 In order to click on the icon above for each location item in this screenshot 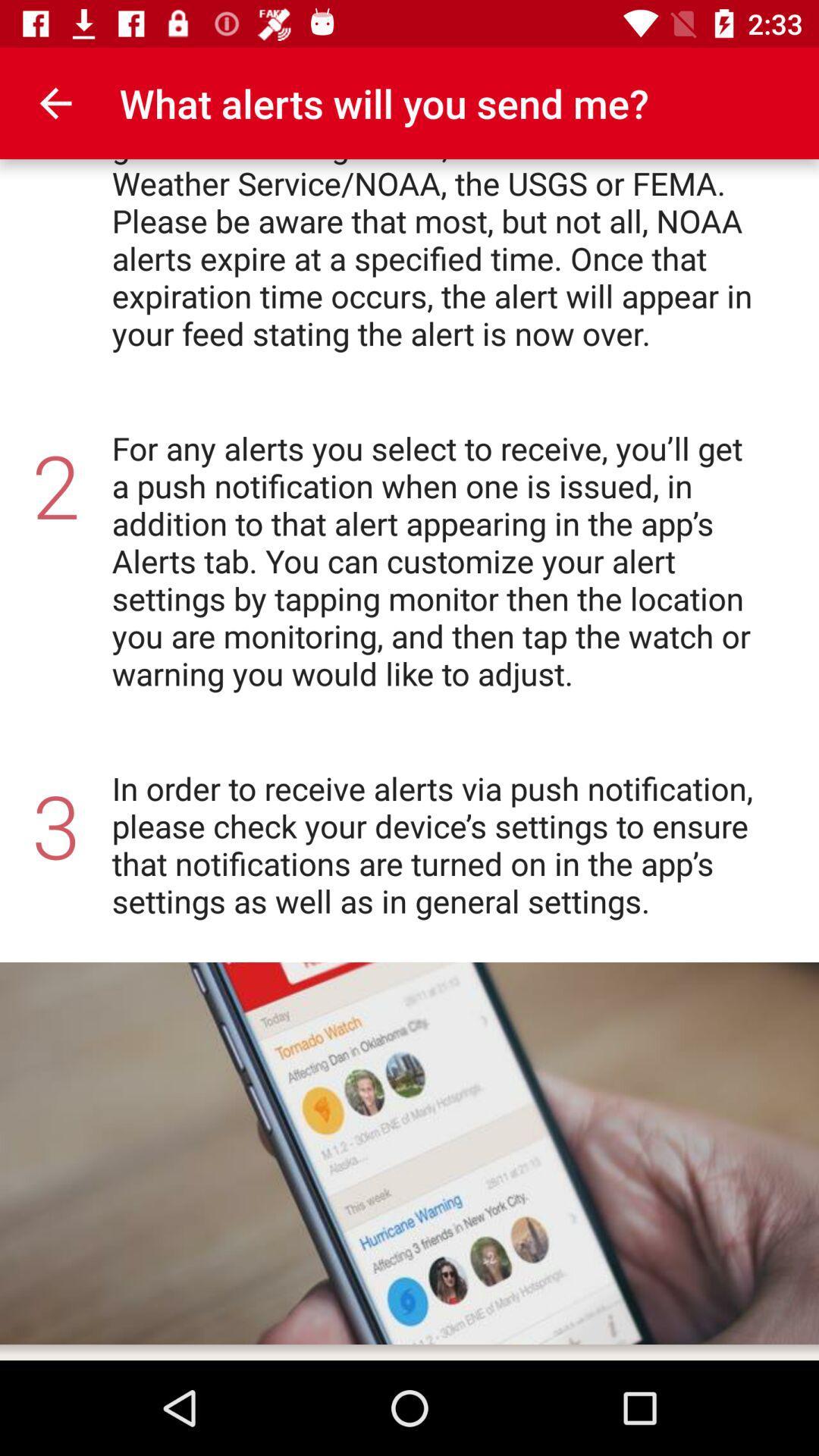, I will do `click(55, 102)`.